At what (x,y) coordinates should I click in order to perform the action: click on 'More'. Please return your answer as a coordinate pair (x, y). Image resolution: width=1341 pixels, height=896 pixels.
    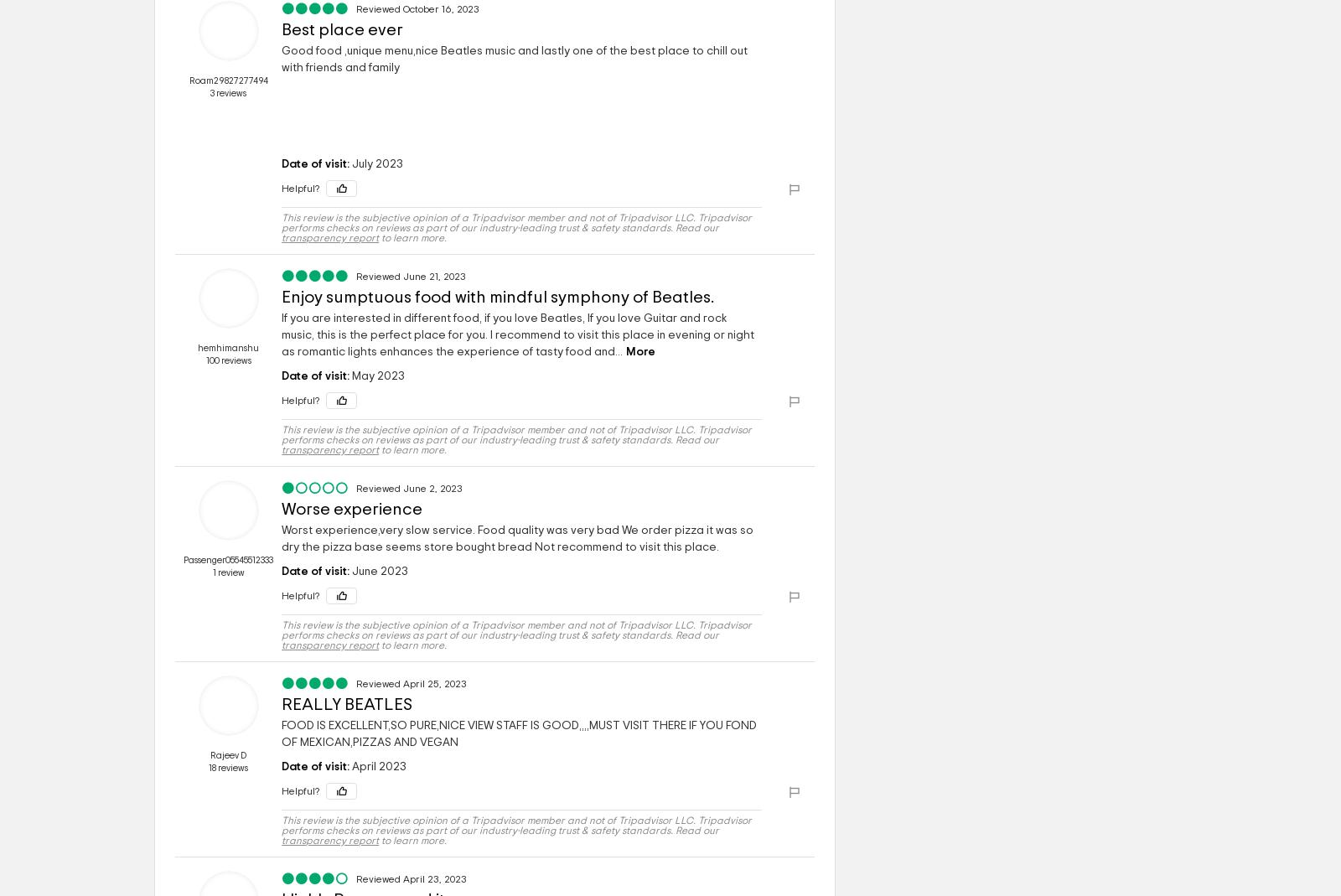
    Looking at the image, I should click on (640, 352).